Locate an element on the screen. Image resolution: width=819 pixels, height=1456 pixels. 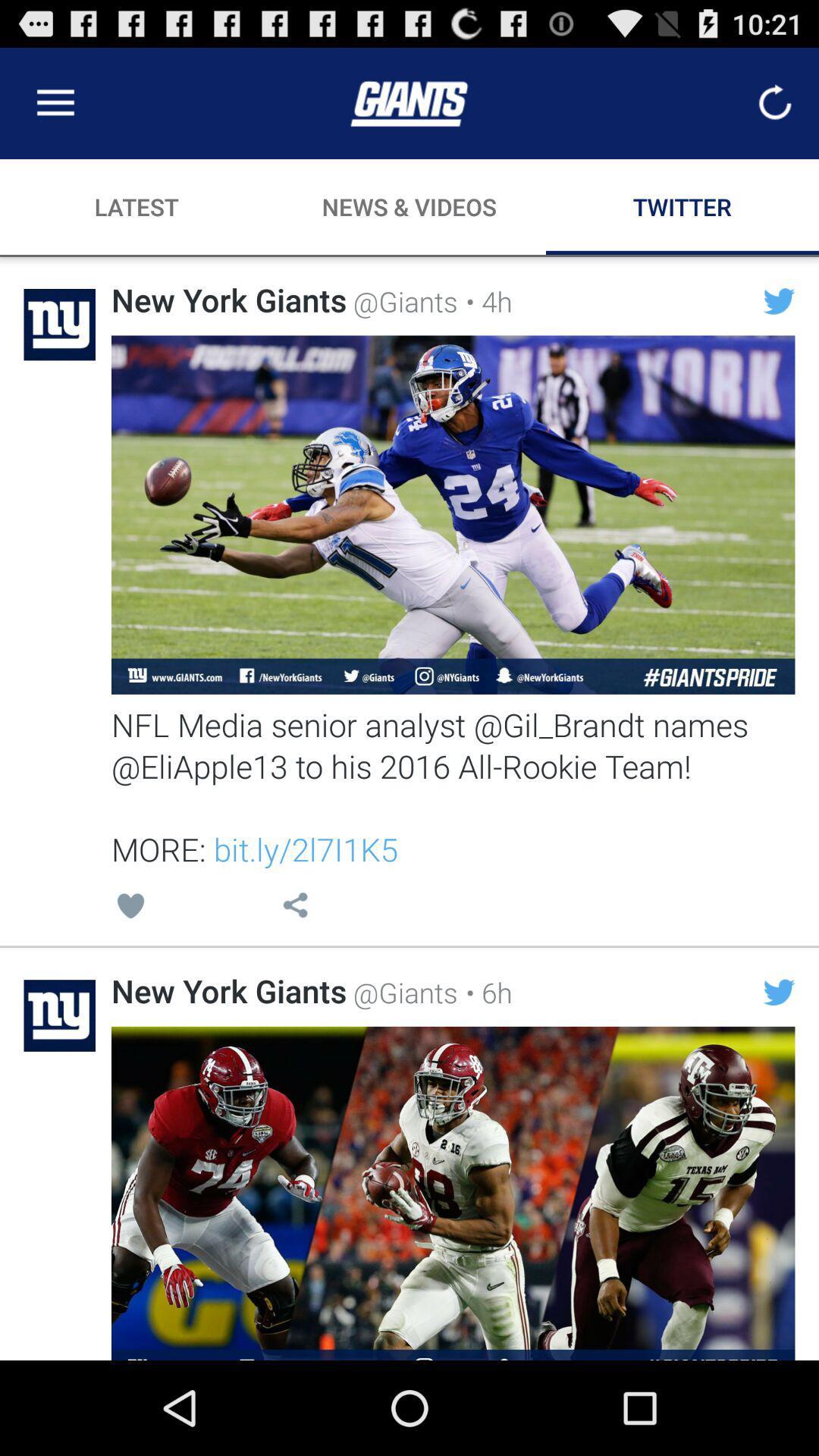
nfl media senior item is located at coordinates (452, 786).